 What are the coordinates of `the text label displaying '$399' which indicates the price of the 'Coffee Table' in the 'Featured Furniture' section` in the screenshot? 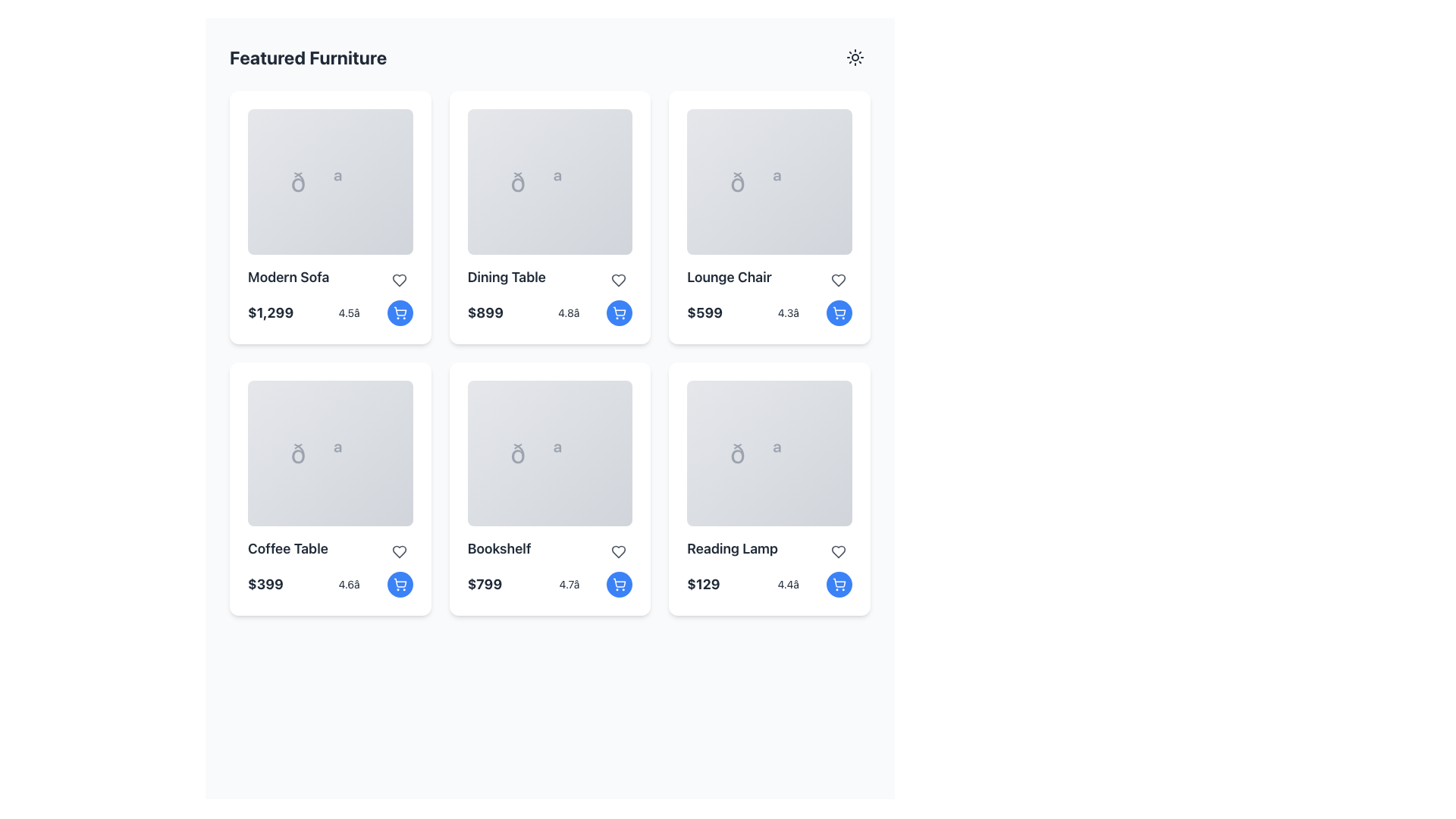 It's located at (265, 584).